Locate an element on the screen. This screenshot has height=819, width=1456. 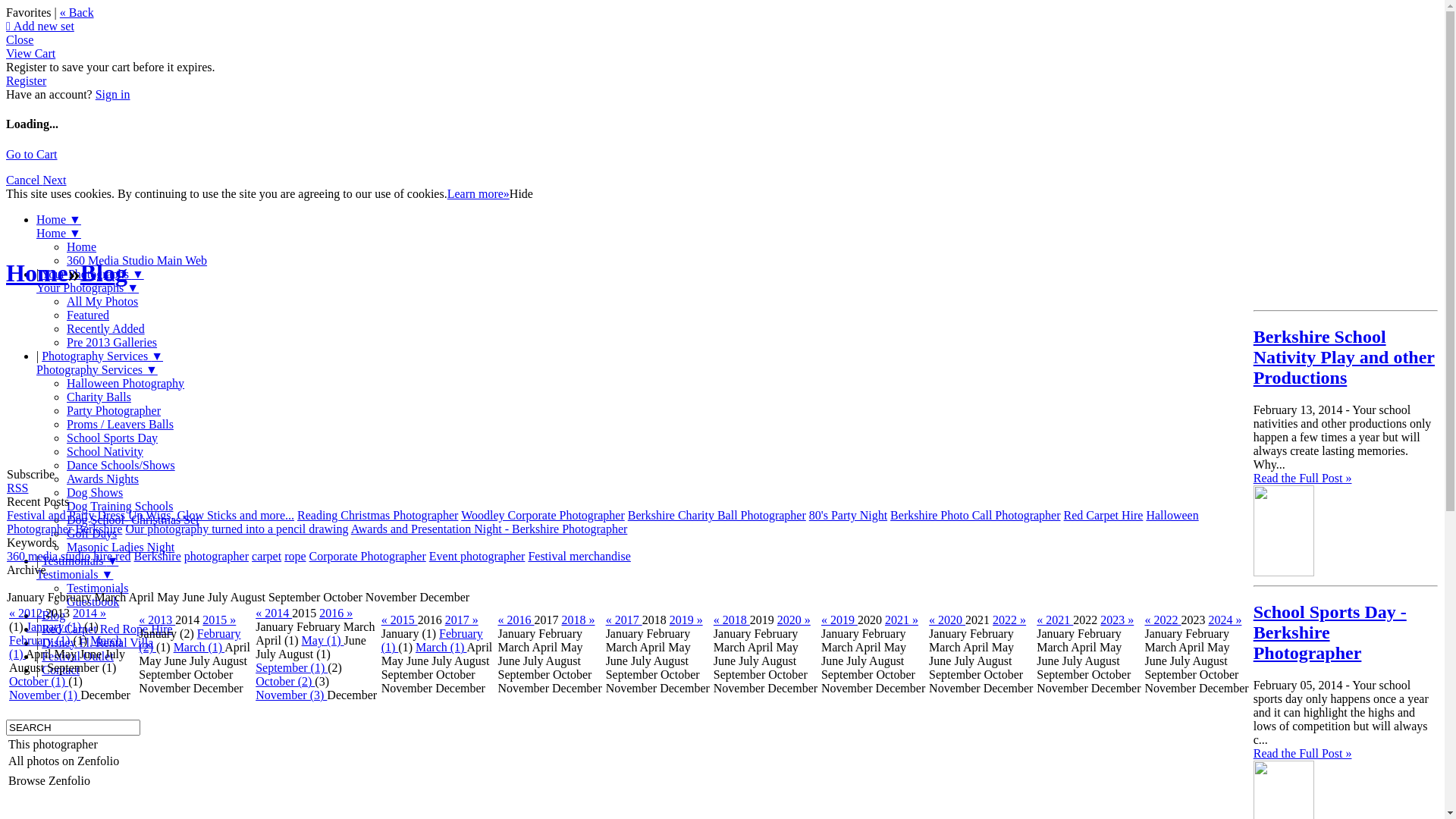
'Featured' is located at coordinates (86, 314).